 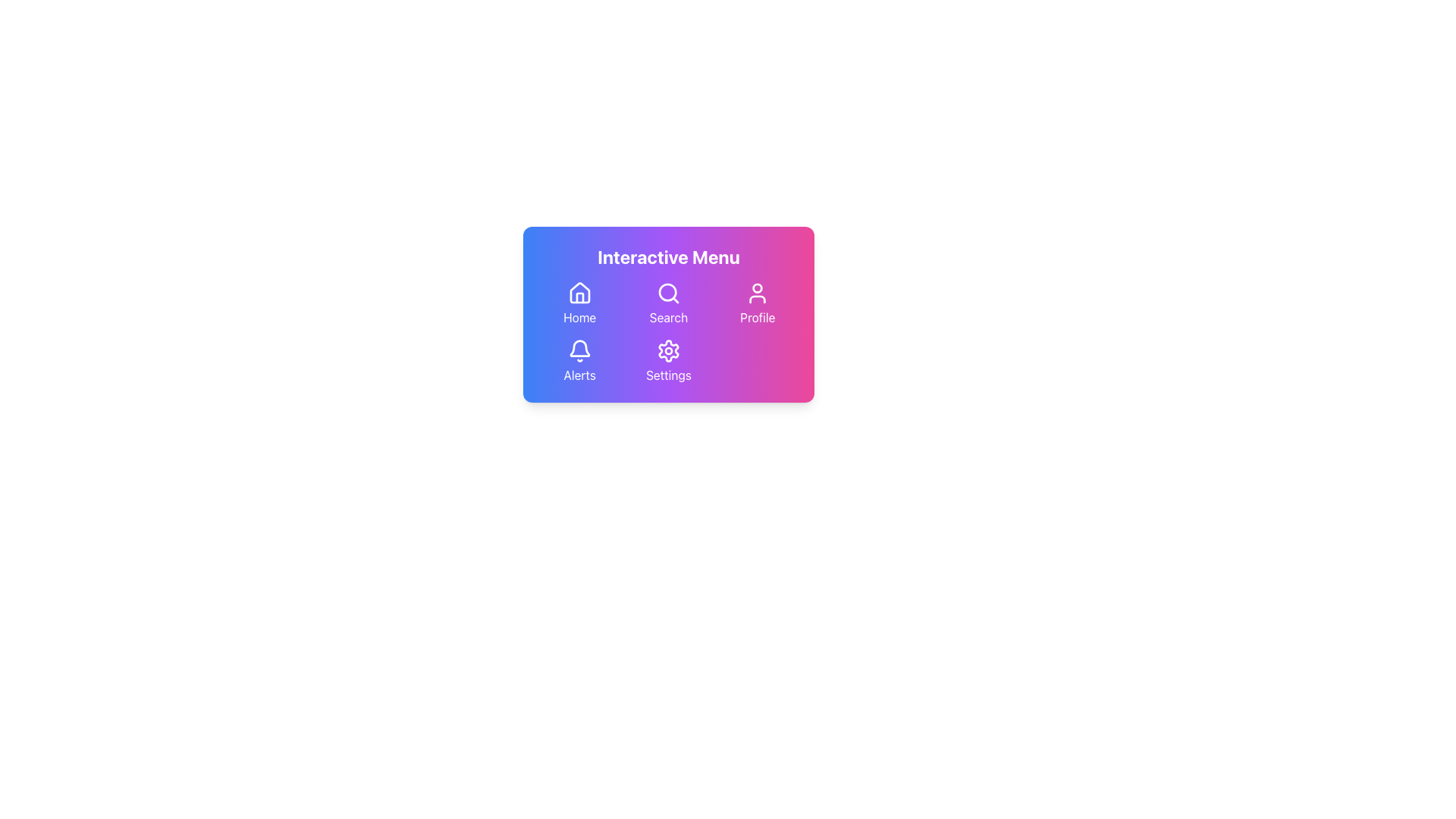 I want to click on the 'Search' button, which is visually represented as a navigation option in the top row, center column of the grid layout, so click(x=668, y=314).